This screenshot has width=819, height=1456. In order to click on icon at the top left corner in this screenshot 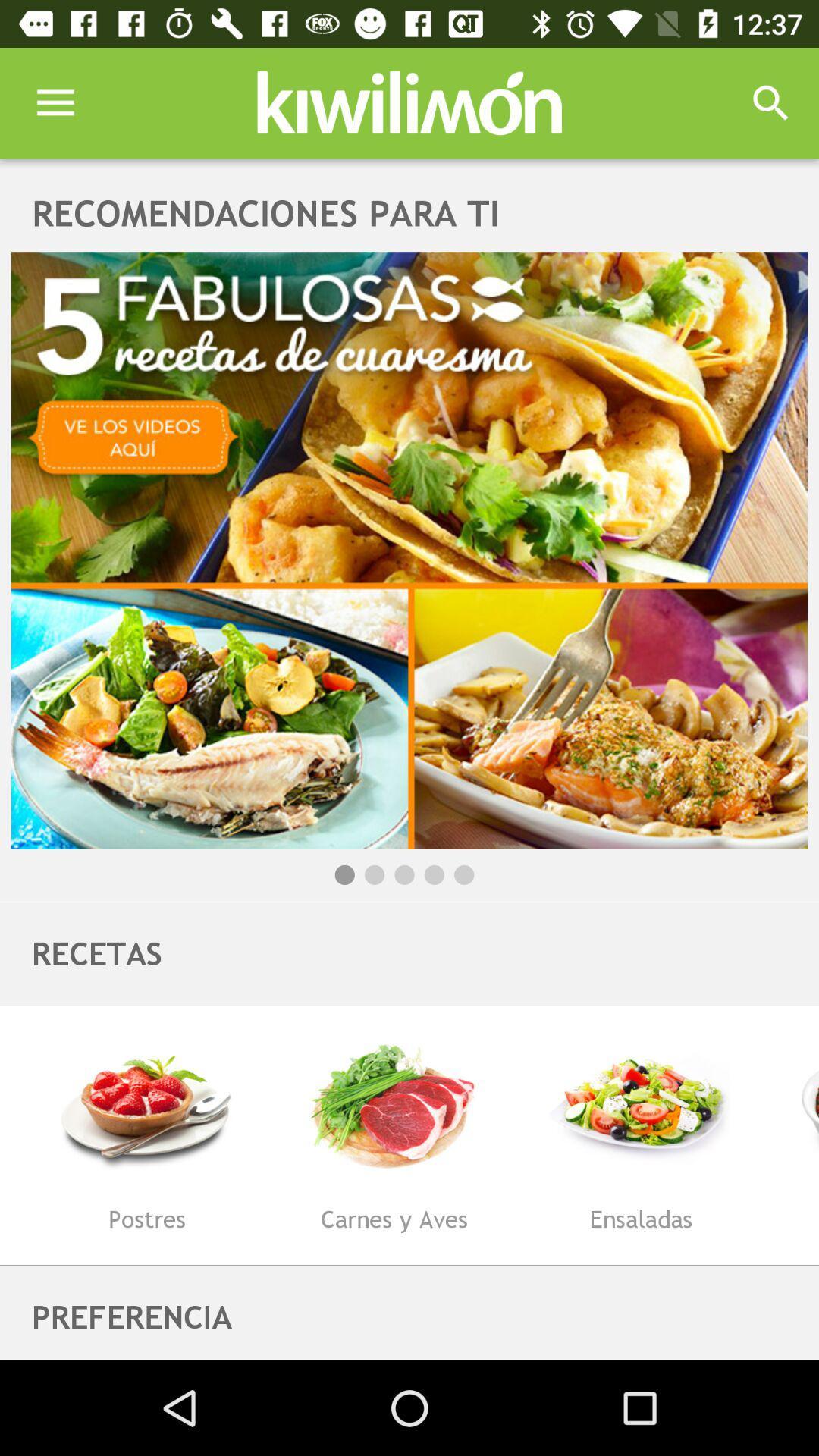, I will do `click(55, 102)`.